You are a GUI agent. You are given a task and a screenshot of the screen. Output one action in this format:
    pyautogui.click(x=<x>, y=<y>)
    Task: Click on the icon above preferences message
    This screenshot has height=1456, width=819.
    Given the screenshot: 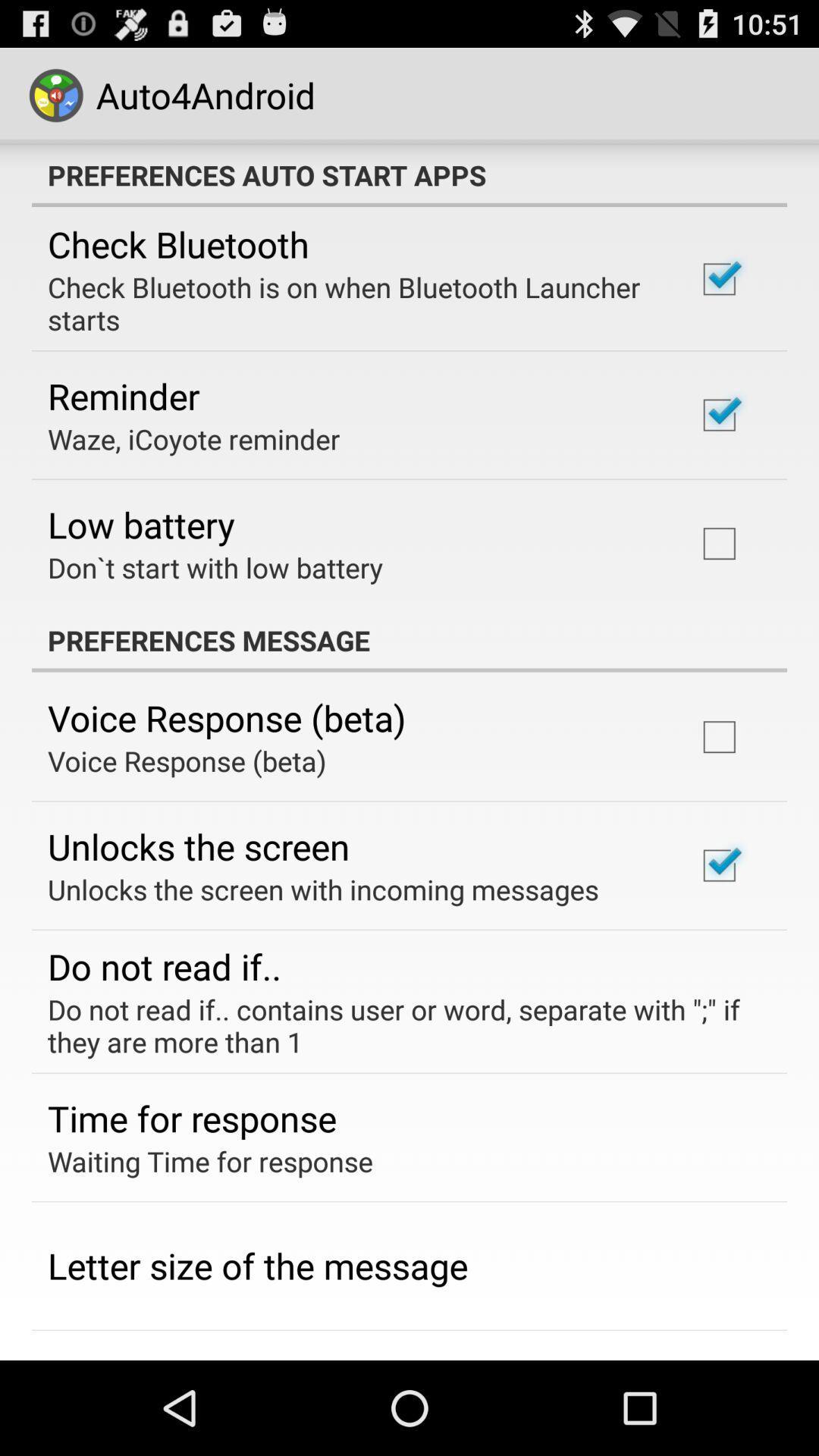 What is the action you would take?
    pyautogui.click(x=215, y=566)
    